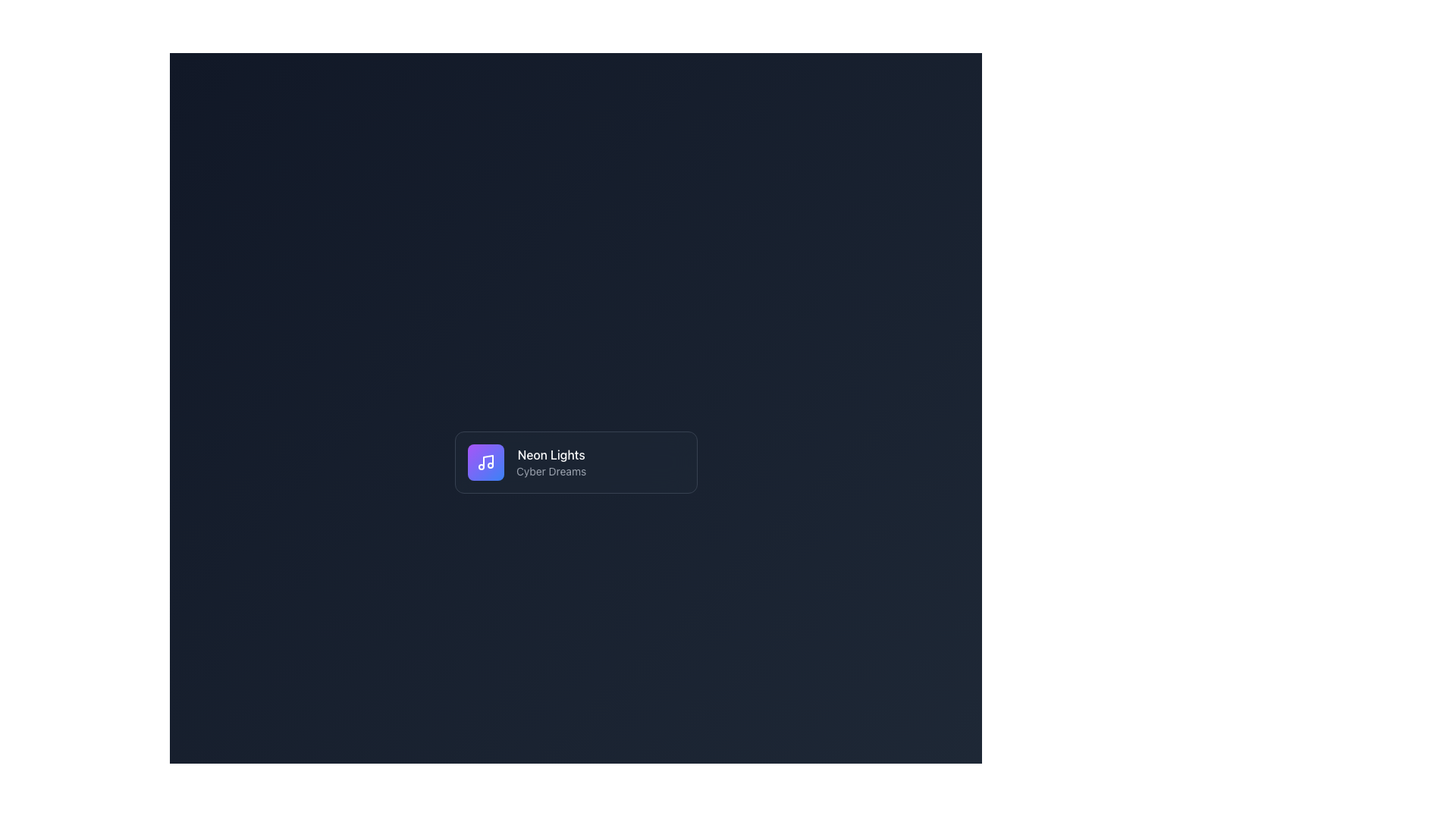 The image size is (1456, 819). Describe the element at coordinates (550, 470) in the screenshot. I see `text label containing 'Cyber Dreams' which is styled in gray and positioned below 'Neon Lights' in the bottom-right portion of the interface` at that location.